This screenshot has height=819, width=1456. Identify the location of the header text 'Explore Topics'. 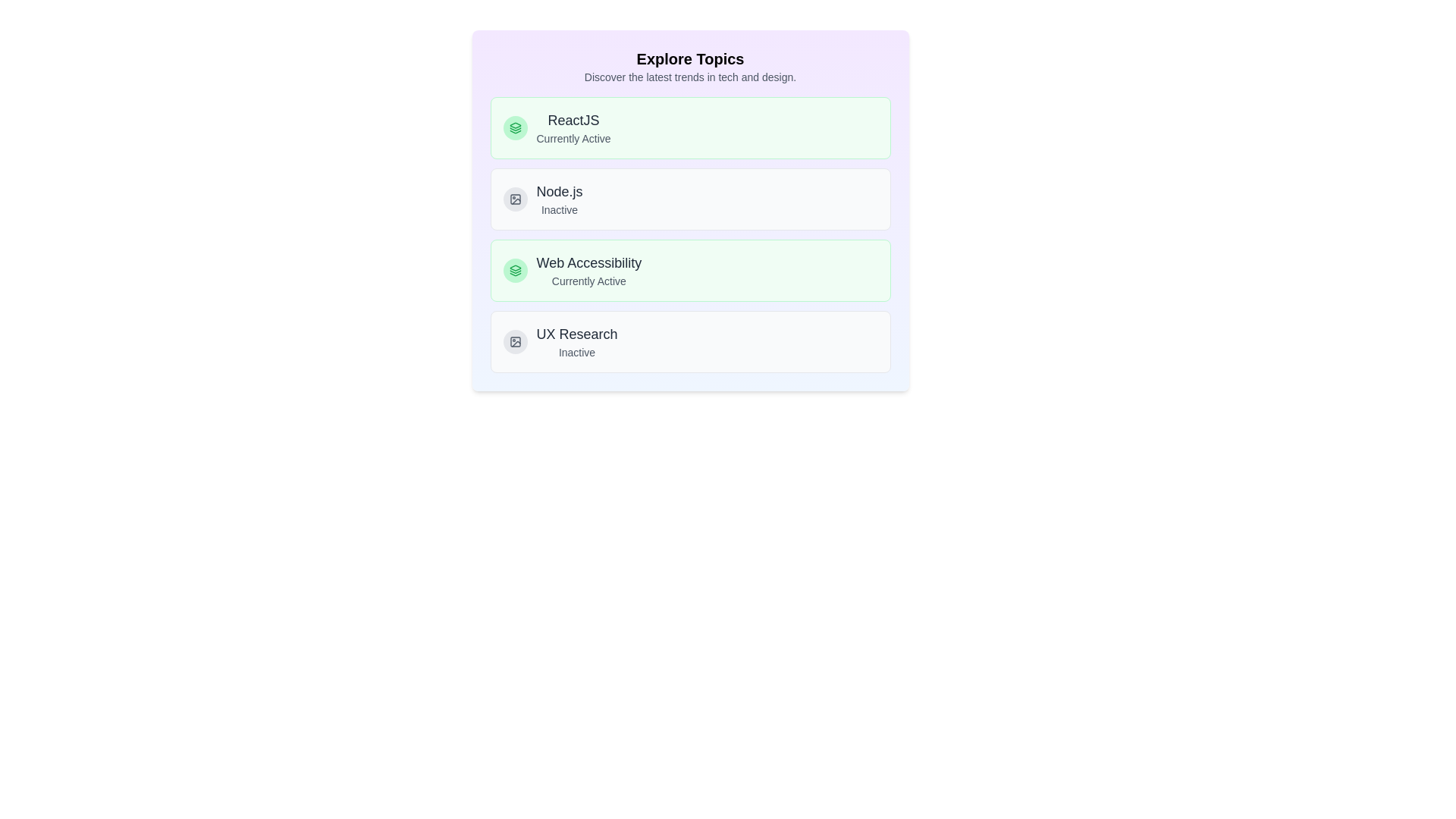
(689, 58).